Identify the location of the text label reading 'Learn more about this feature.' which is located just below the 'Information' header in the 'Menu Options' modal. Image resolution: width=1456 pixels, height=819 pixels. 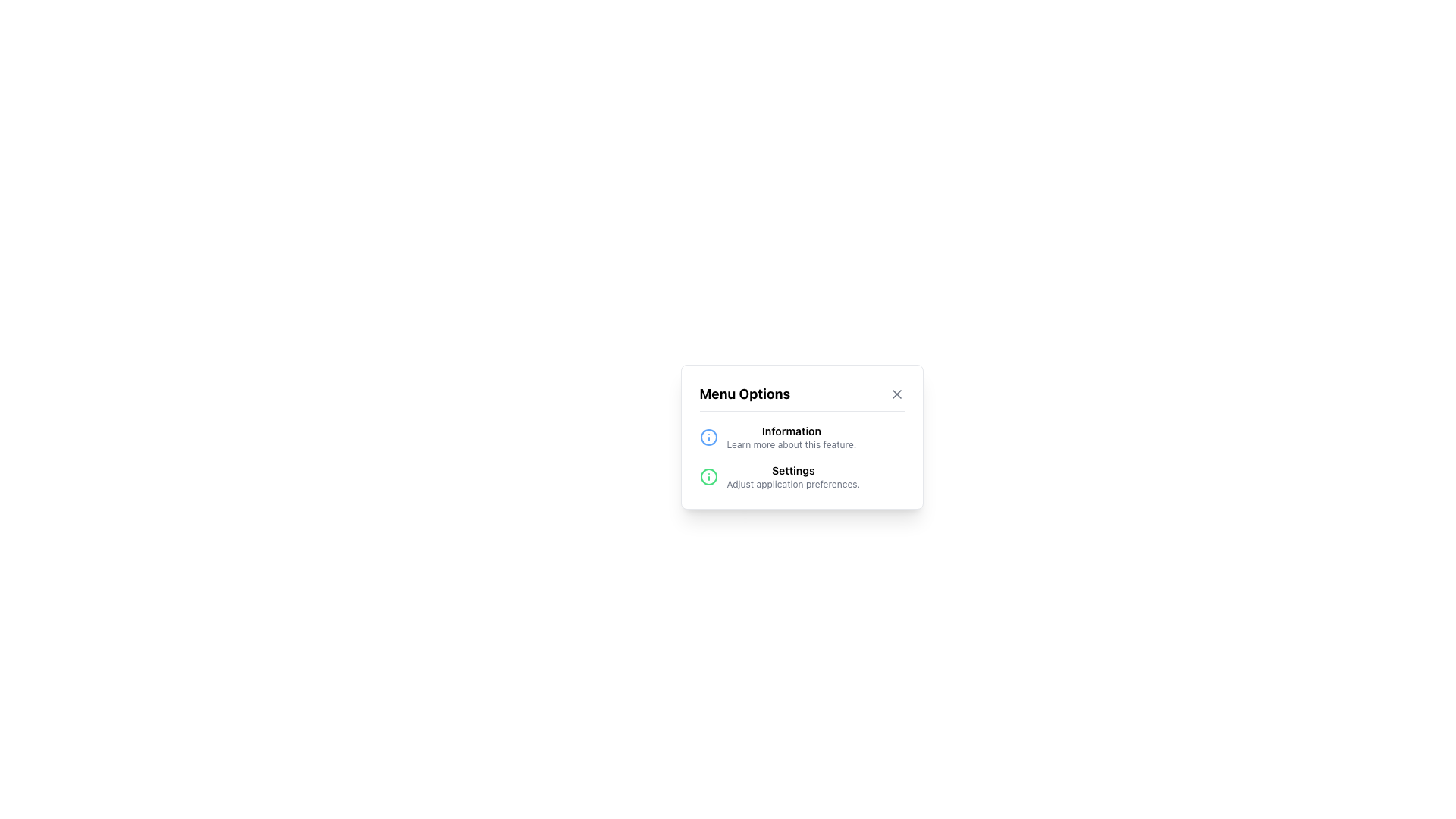
(790, 444).